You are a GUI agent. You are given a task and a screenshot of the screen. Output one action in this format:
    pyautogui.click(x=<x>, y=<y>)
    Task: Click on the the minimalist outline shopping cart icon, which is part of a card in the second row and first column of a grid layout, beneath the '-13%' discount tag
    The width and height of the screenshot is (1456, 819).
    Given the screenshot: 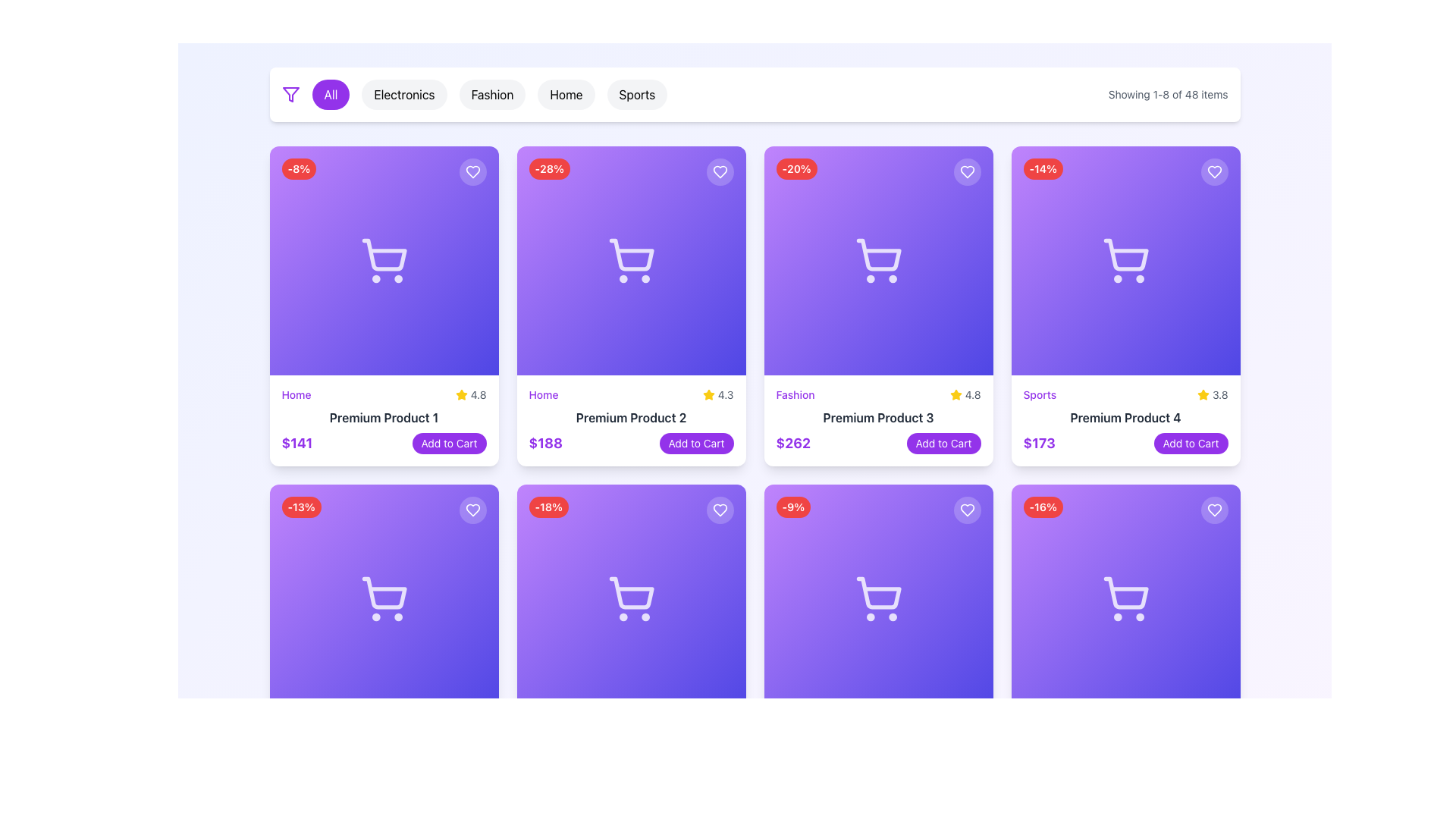 What is the action you would take?
    pyautogui.click(x=384, y=598)
    